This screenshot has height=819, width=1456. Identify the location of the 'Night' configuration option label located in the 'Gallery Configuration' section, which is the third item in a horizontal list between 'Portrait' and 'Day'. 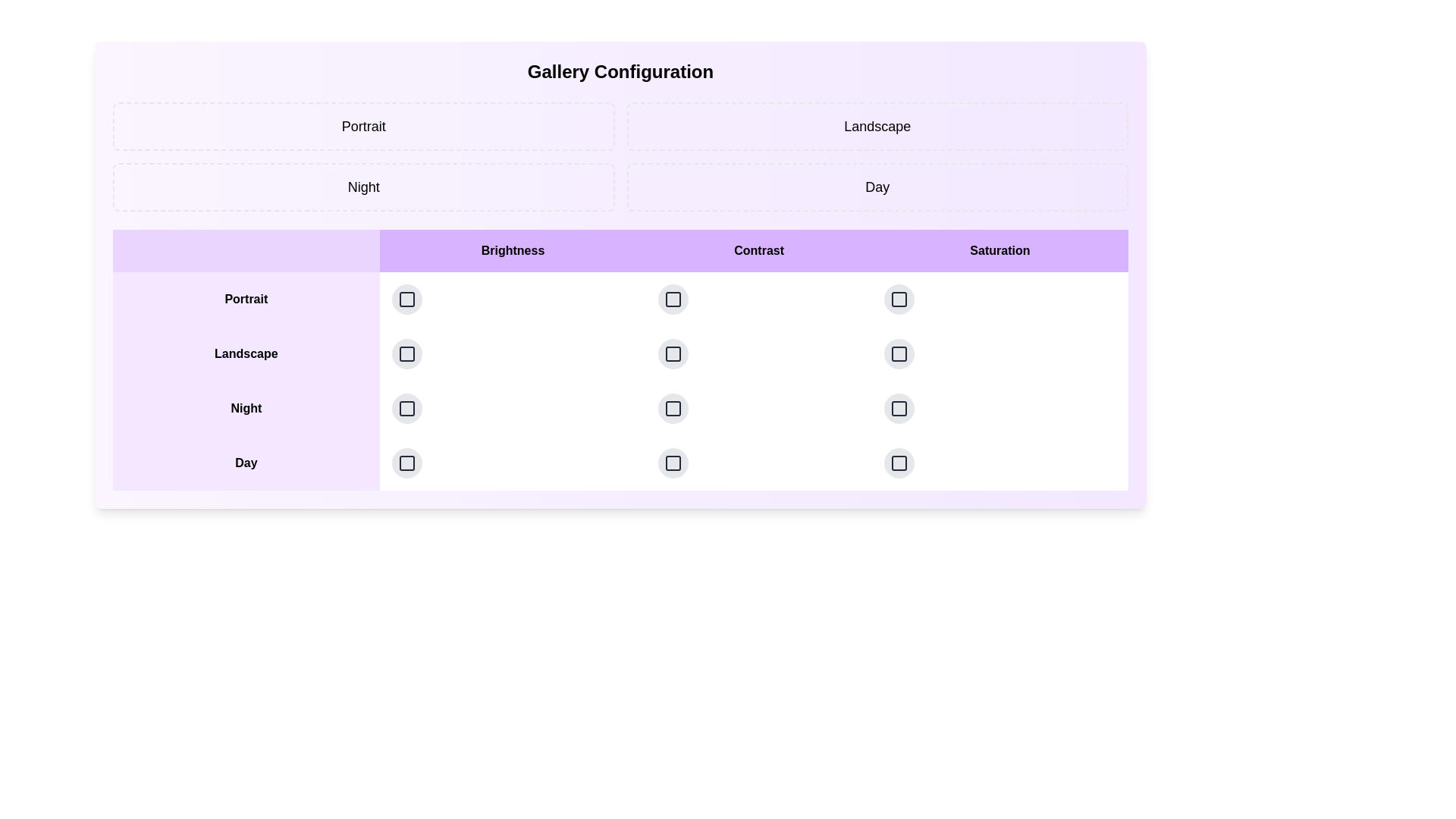
(362, 186).